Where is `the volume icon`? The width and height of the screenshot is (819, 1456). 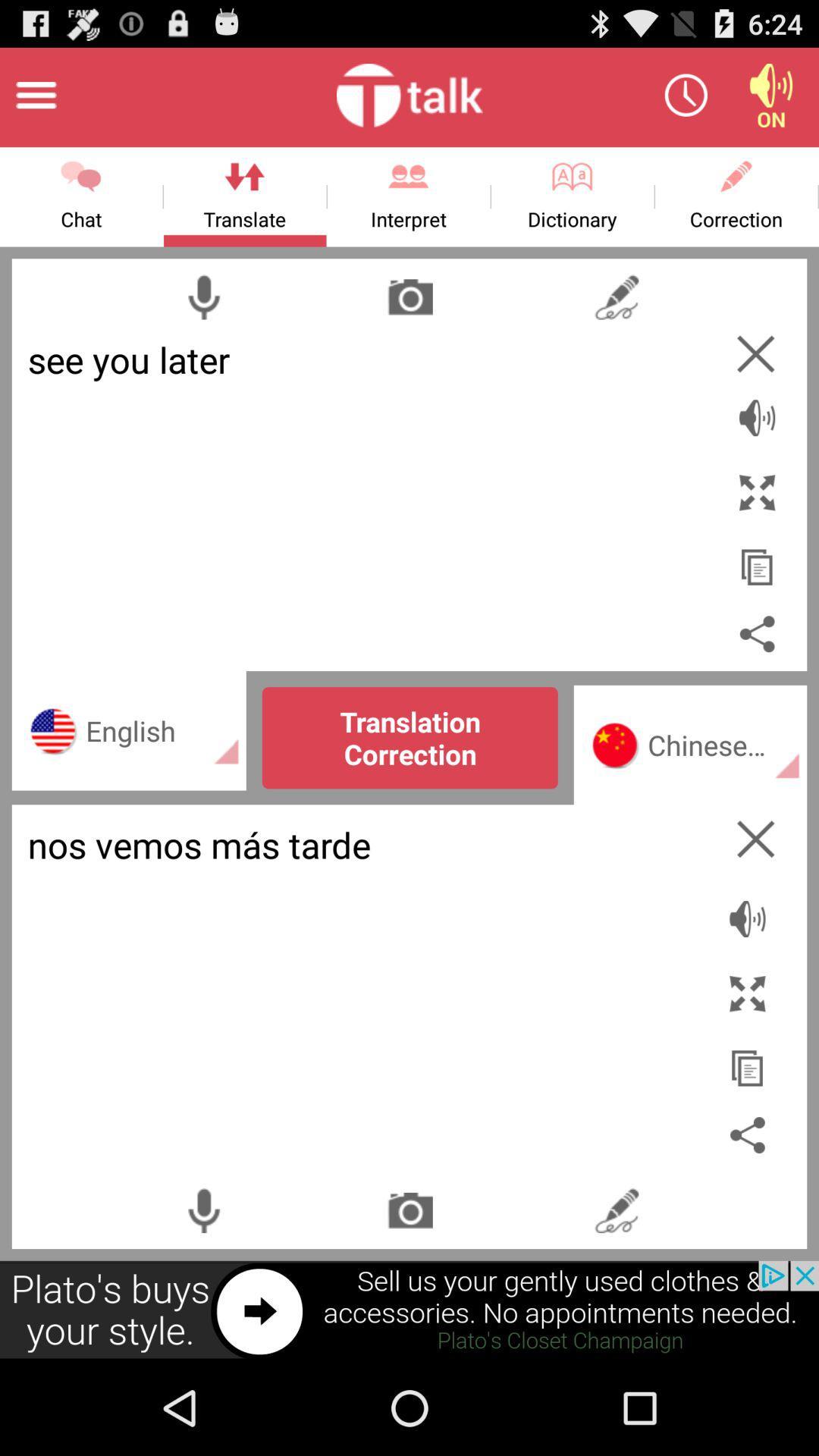
the volume icon is located at coordinates (757, 438).